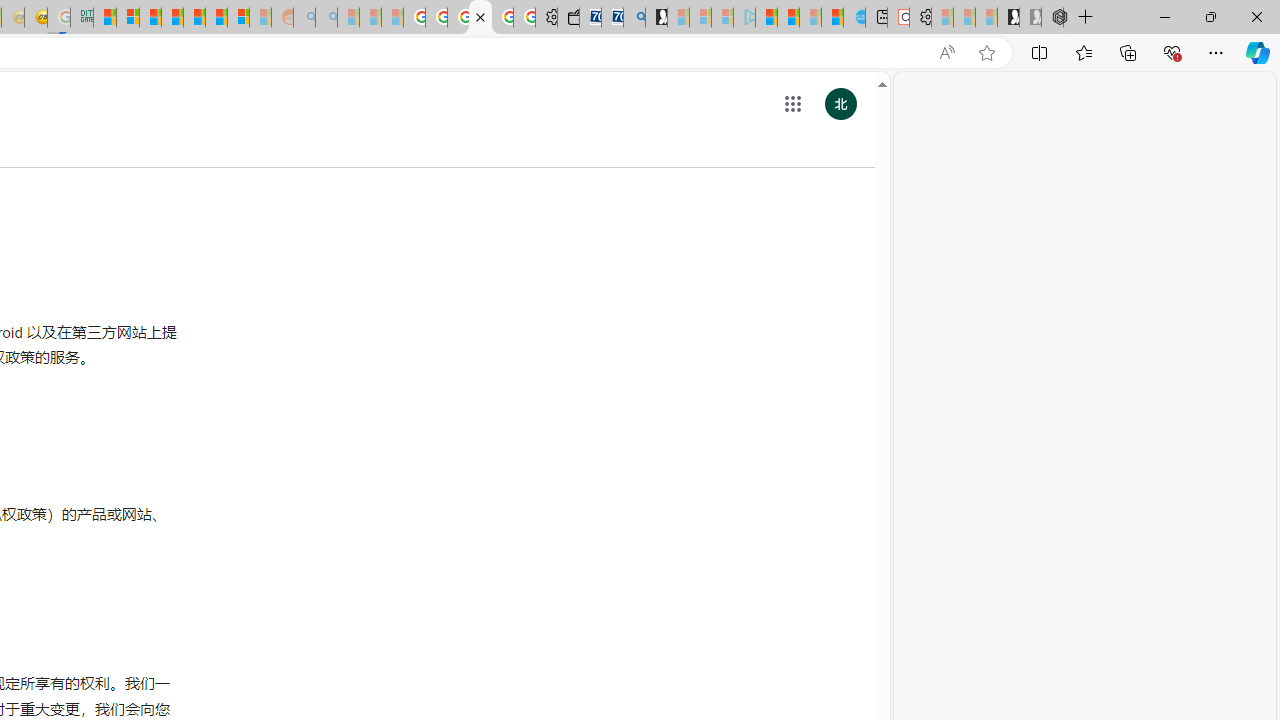  What do you see at coordinates (216, 17) in the screenshot?
I see `'Kinda Frugal - MSN'` at bounding box center [216, 17].